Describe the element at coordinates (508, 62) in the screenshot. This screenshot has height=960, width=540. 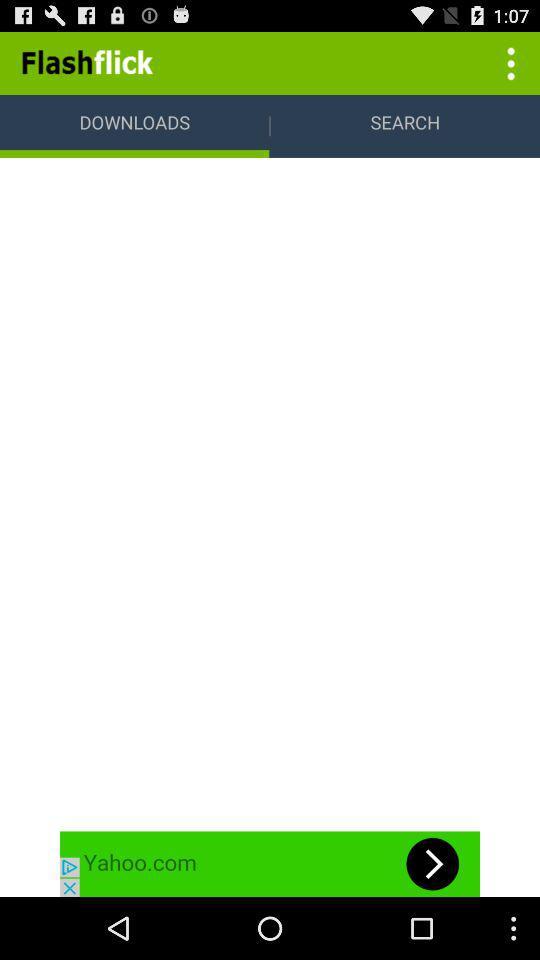
I see `more options` at that location.